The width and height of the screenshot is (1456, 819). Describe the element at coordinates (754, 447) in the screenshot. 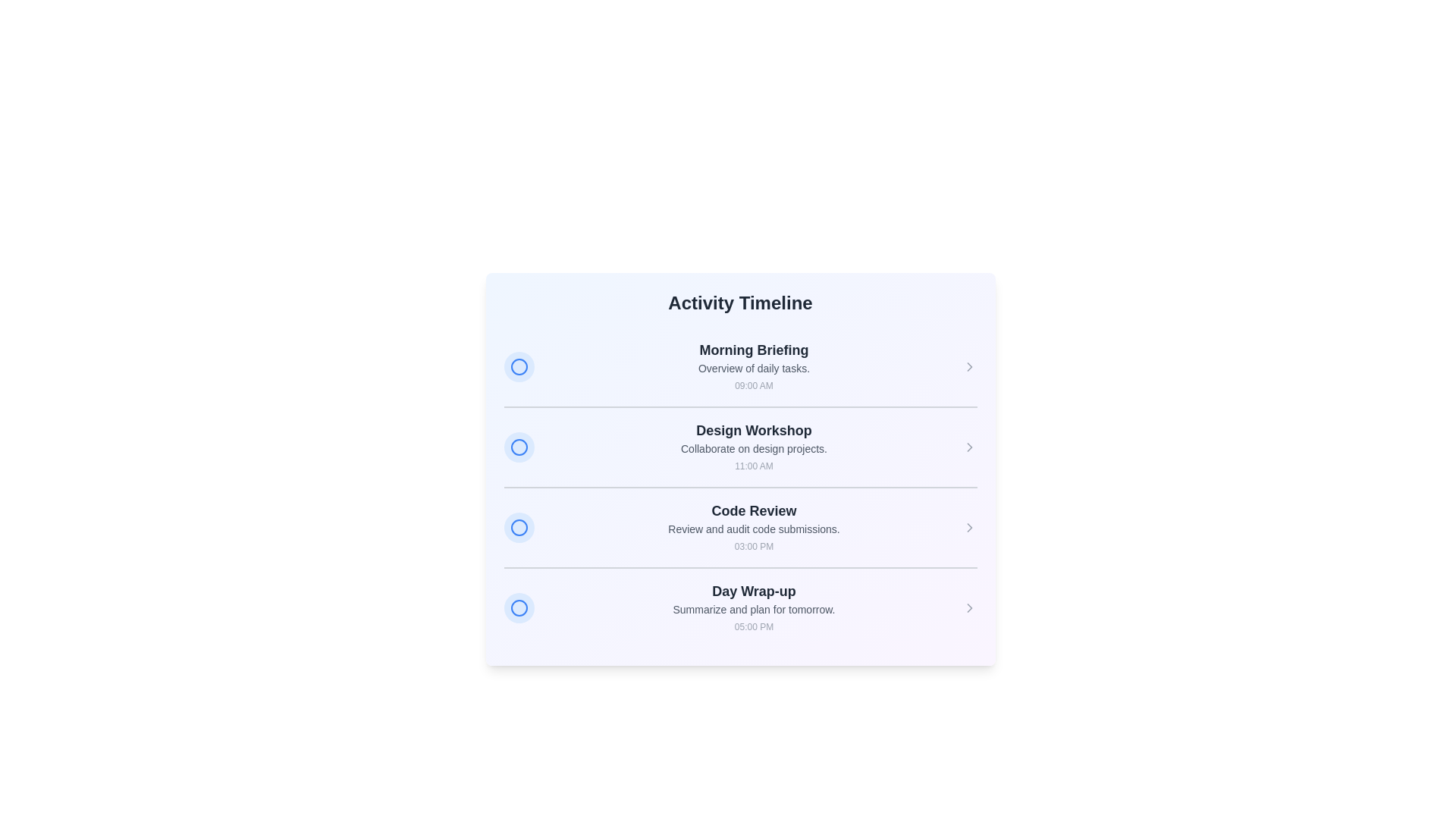

I see `the static text element that provides a brief description of the Design Workshop event, positioned below the title and above the time` at that location.